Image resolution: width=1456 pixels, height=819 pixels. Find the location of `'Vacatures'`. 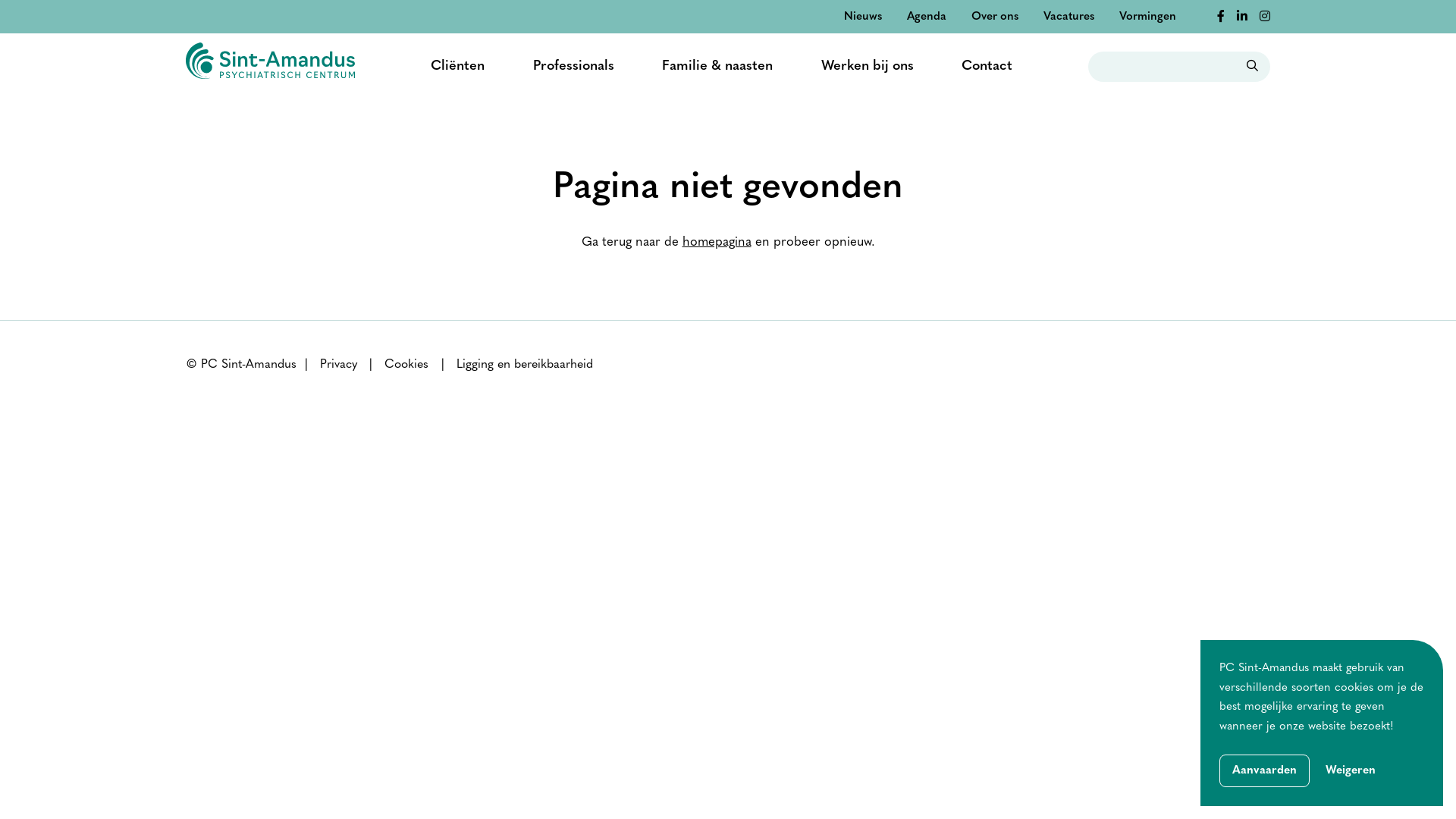

'Vacatures' is located at coordinates (1043, 17).